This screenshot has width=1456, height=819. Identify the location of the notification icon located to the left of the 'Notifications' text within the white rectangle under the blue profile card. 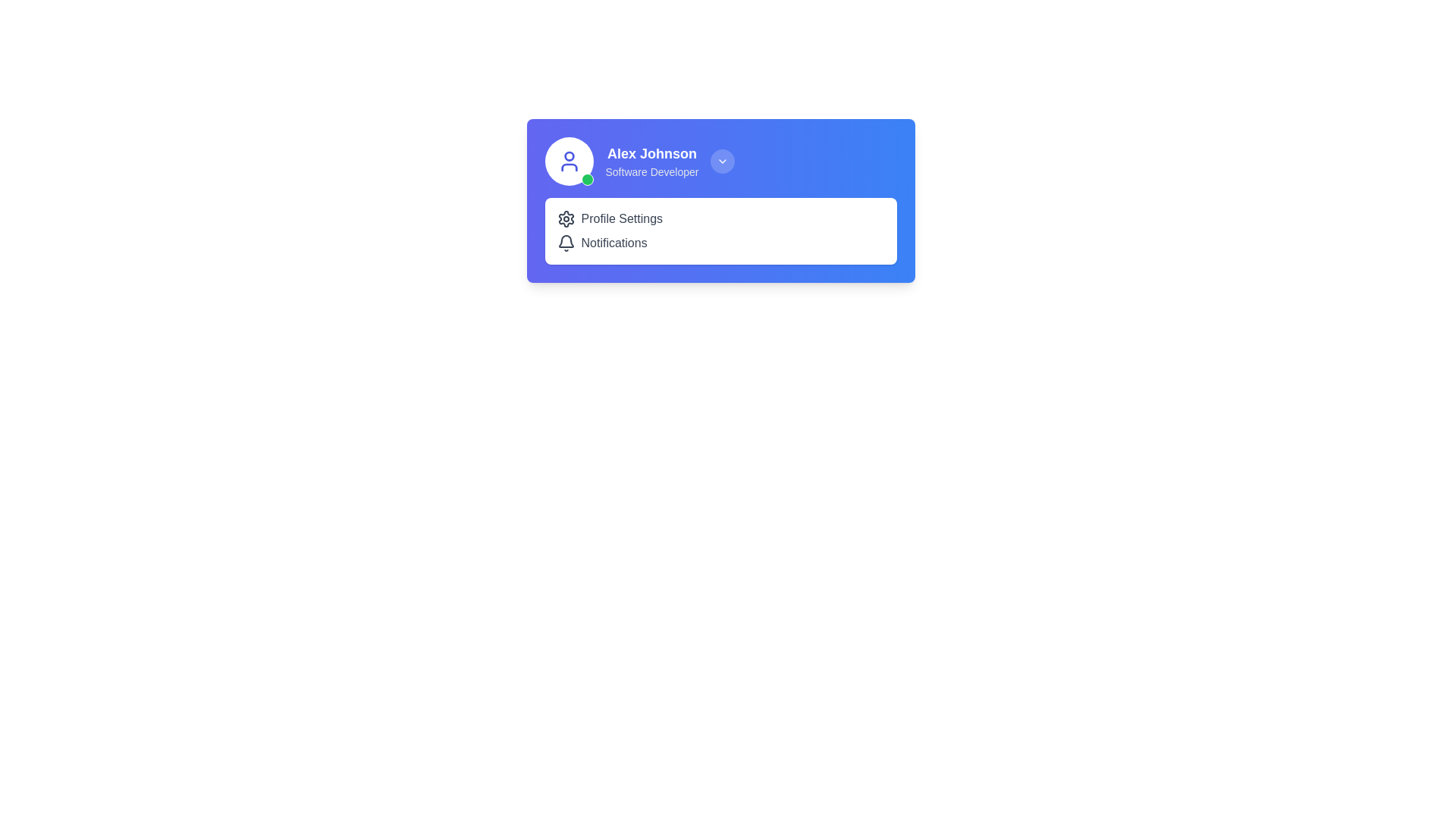
(565, 242).